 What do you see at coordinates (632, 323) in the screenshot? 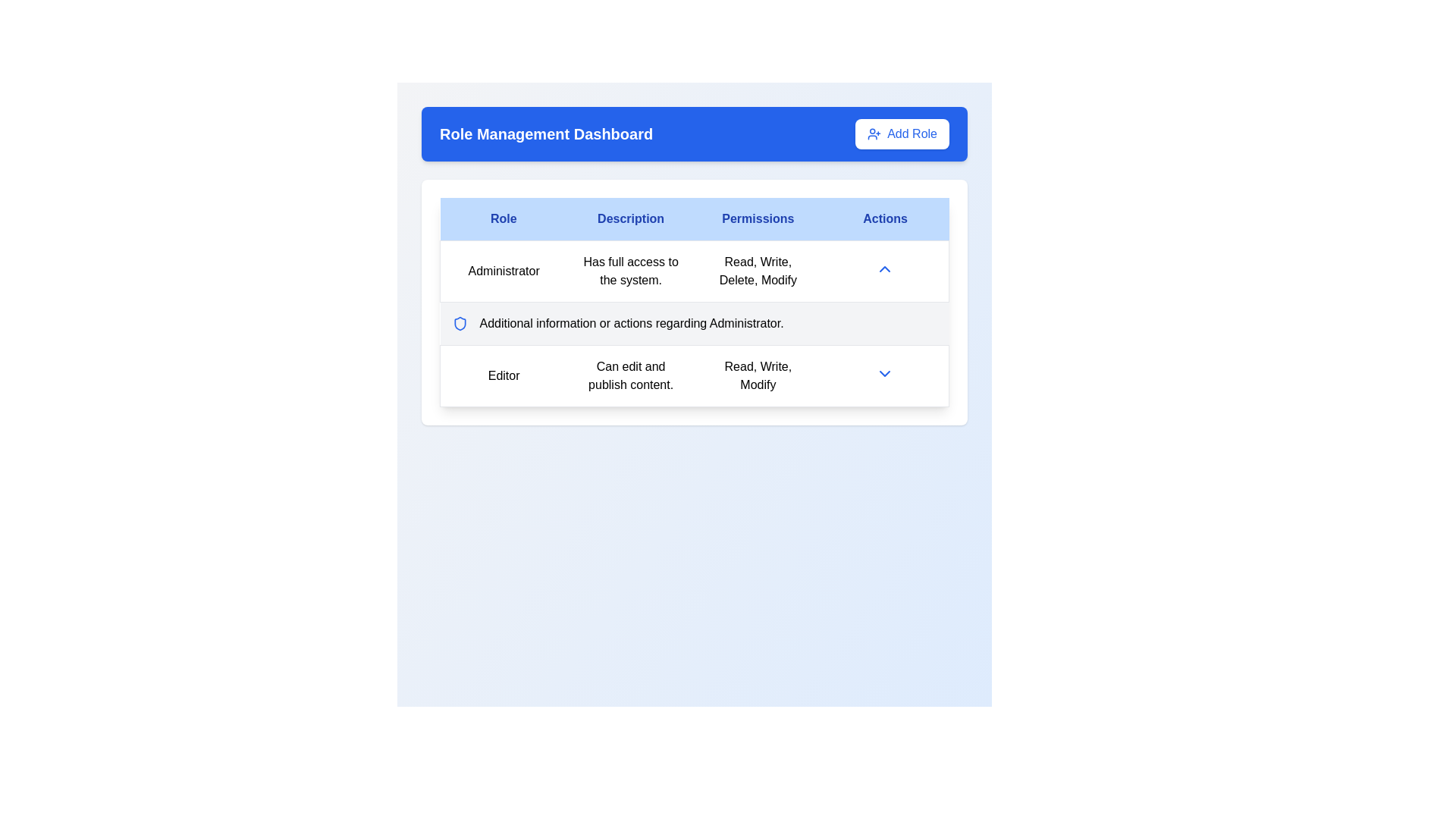
I see `the descriptive text that provides information related to the 'Administrator' role, positioned below the 'Administrator' label` at bounding box center [632, 323].